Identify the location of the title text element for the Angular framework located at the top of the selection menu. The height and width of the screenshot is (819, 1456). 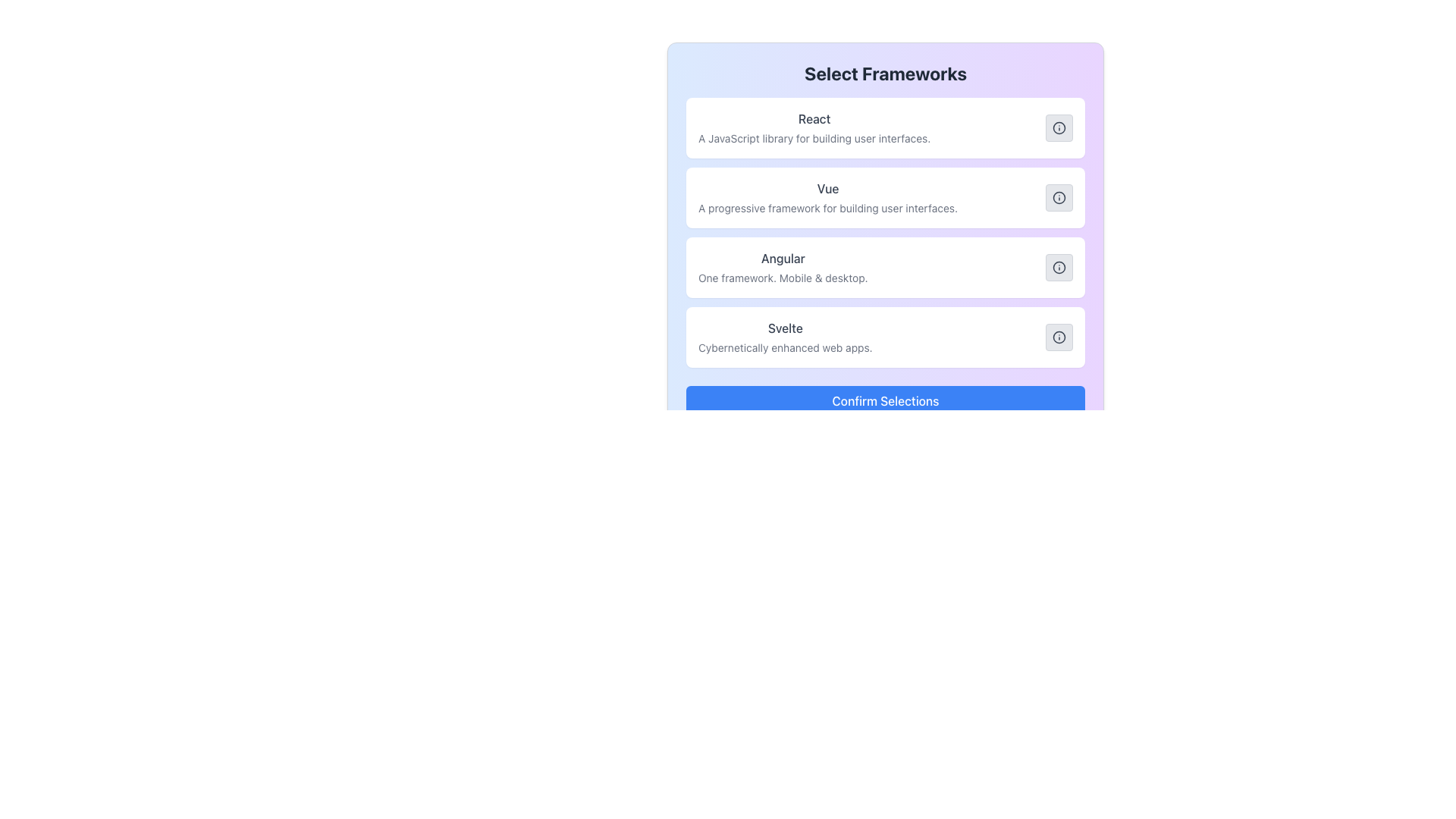
(783, 257).